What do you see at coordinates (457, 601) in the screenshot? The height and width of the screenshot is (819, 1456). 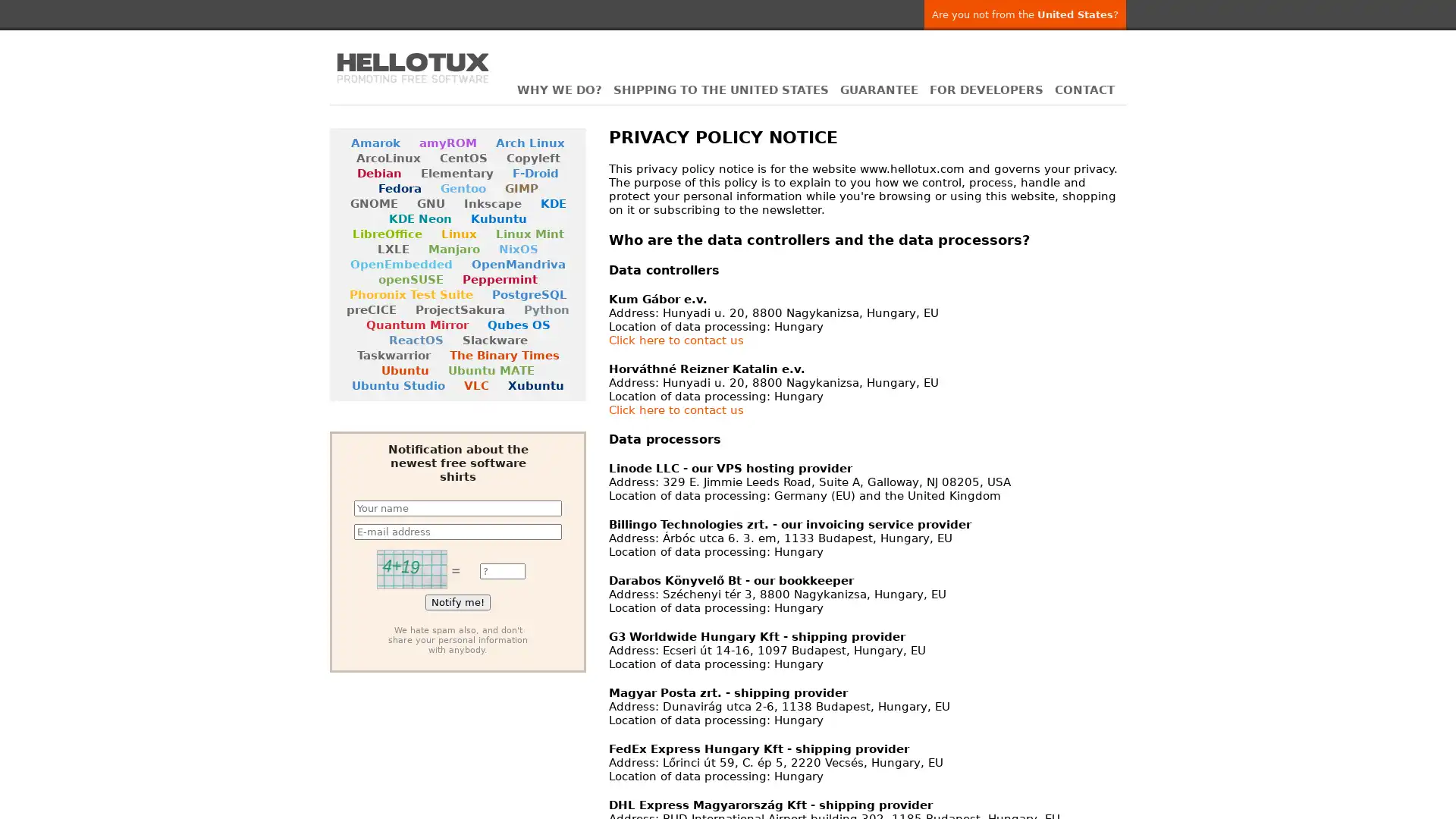 I see `Notify me!` at bounding box center [457, 601].